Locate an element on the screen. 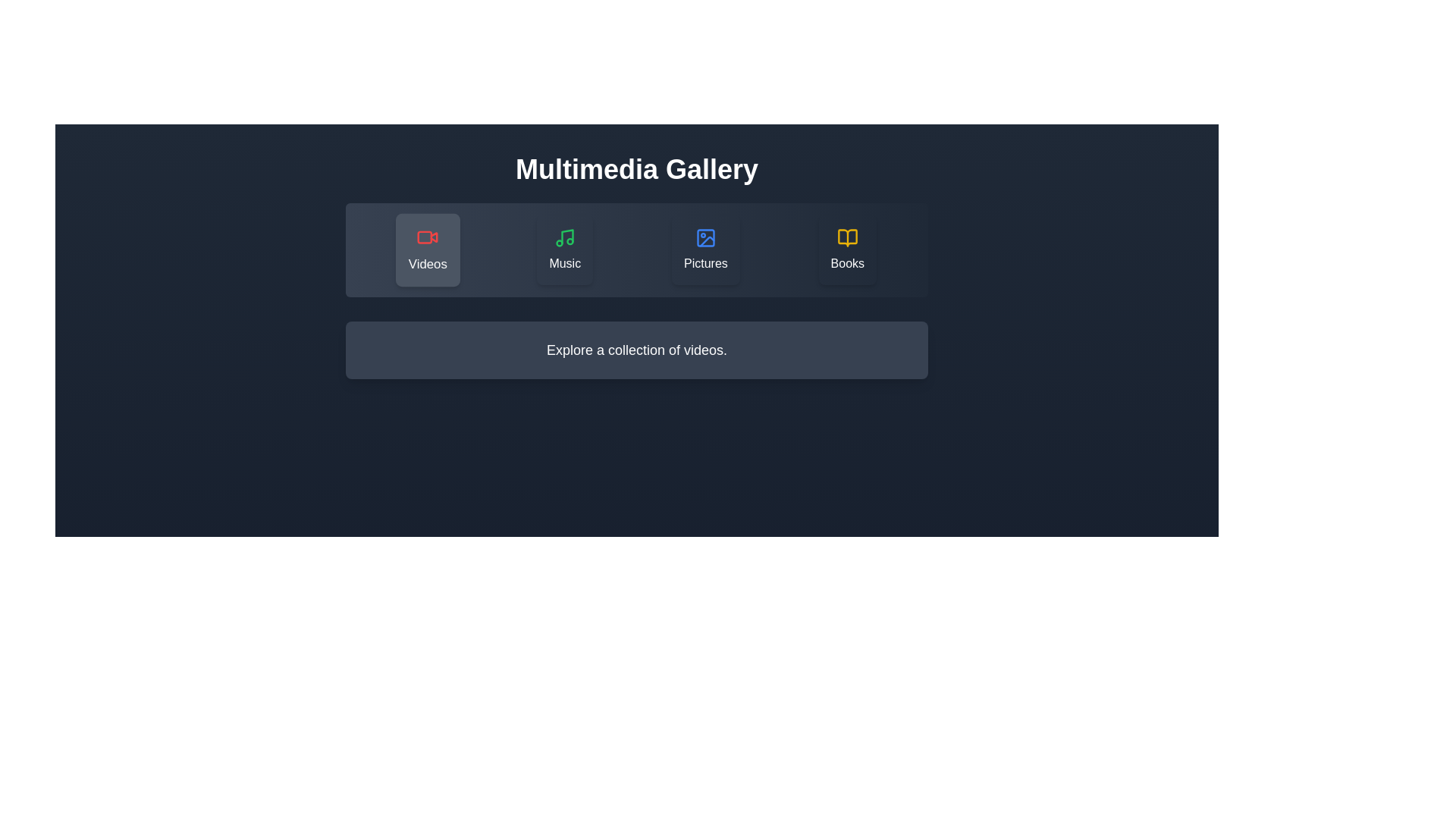 This screenshot has height=819, width=1456. the Videos category by clicking the corresponding button is located at coordinates (427, 249).